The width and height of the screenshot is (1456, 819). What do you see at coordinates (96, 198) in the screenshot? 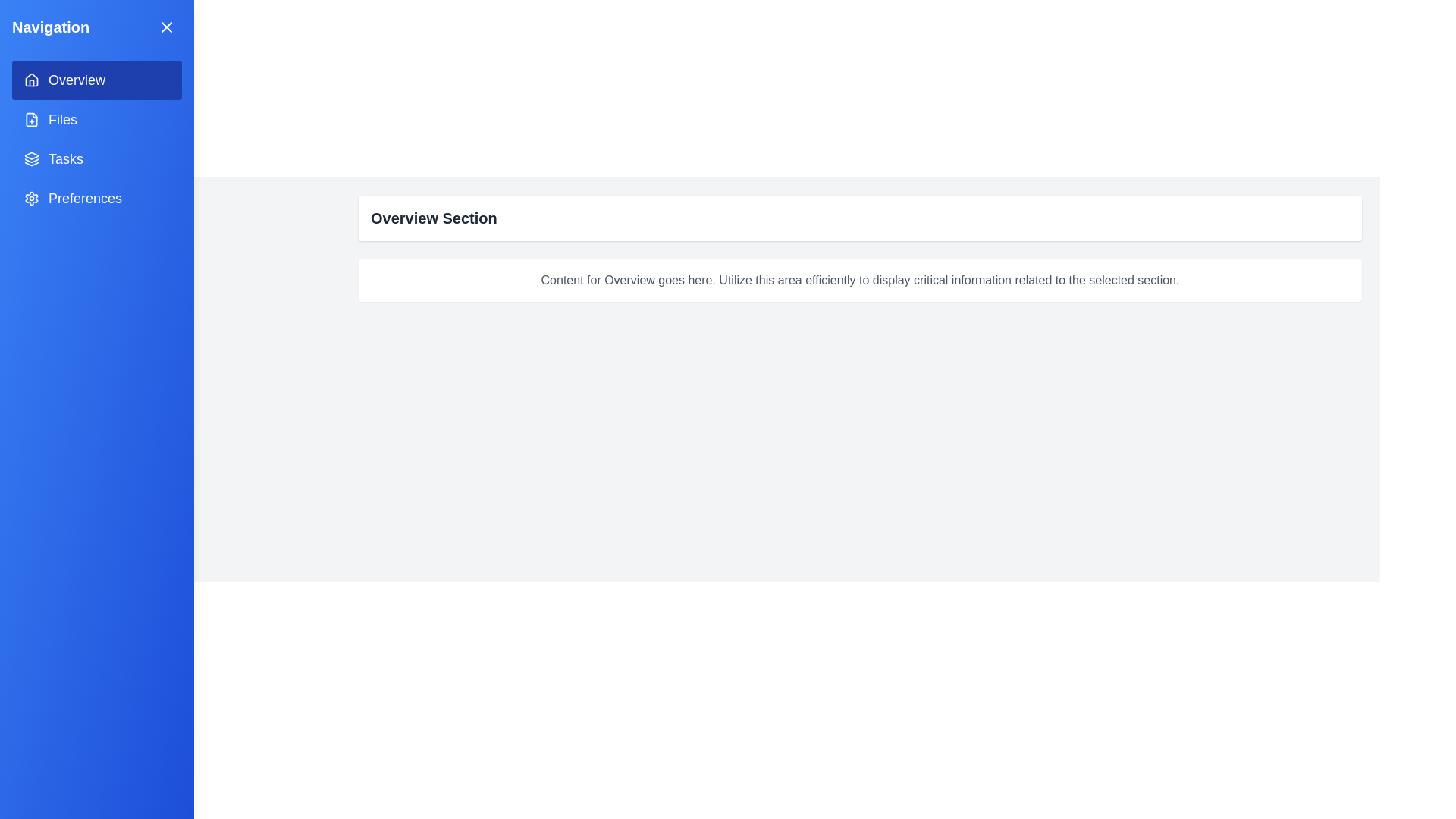
I see `the menu item corresponding to Preferences in the navigation menu` at bounding box center [96, 198].